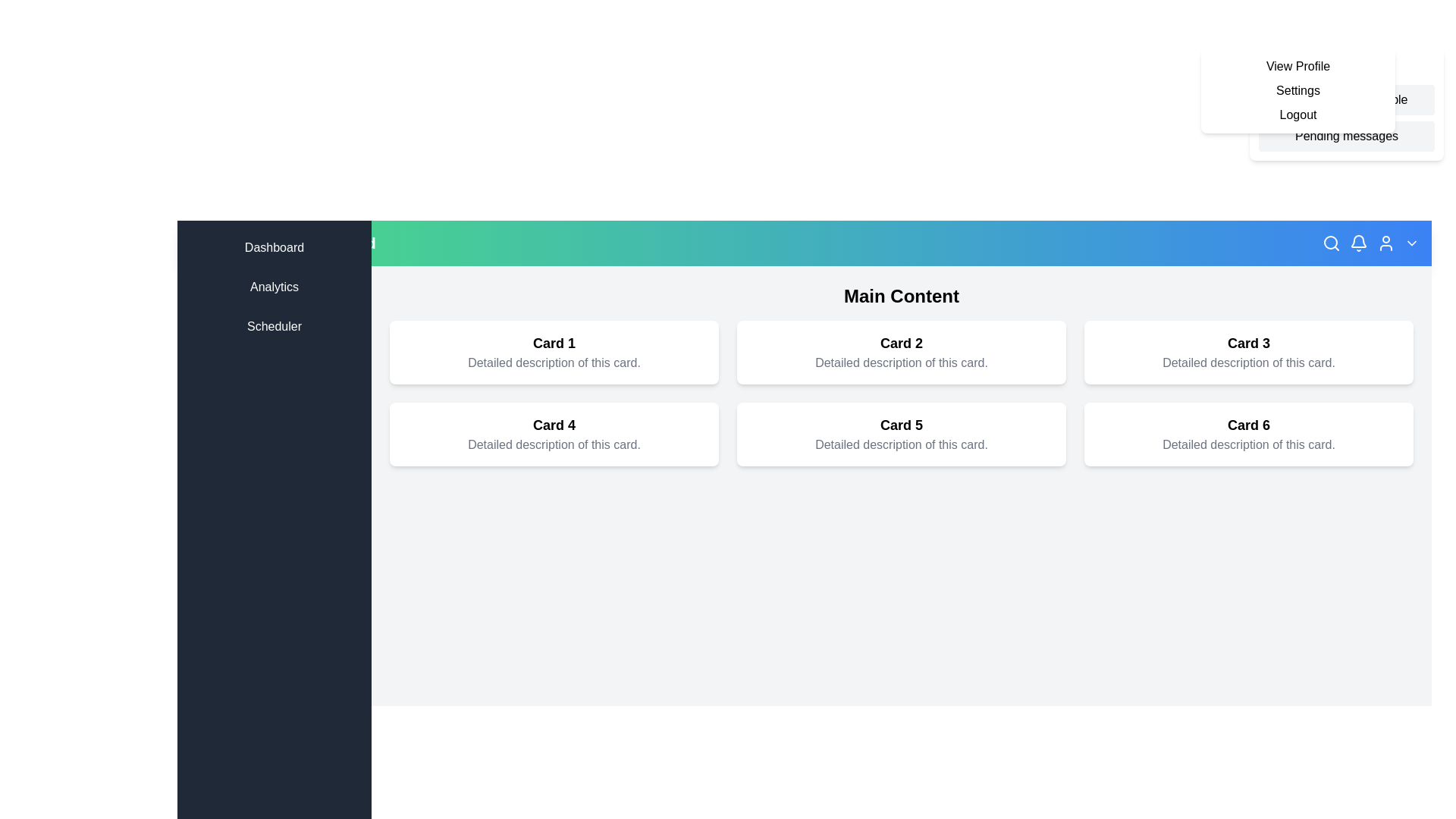 This screenshot has height=819, width=1456. I want to click on the button located below the 'New updates available' text in the dropdown menu for accessing pending messages, so click(1347, 136).